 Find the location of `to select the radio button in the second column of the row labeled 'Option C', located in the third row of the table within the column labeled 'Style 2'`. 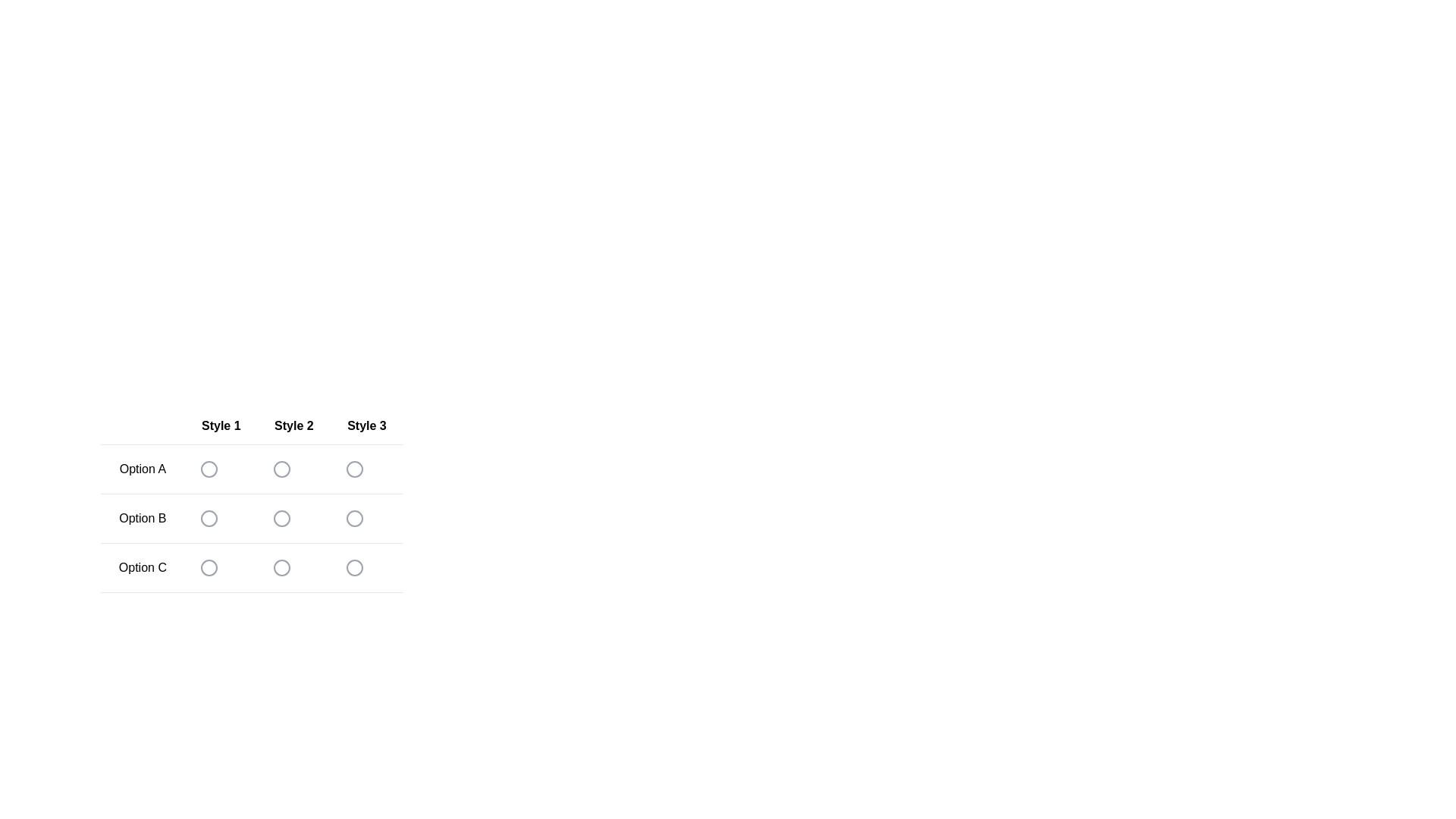

to select the radio button in the second column of the row labeled 'Option C', located in the third row of the table within the column labeled 'Style 2' is located at coordinates (293, 567).